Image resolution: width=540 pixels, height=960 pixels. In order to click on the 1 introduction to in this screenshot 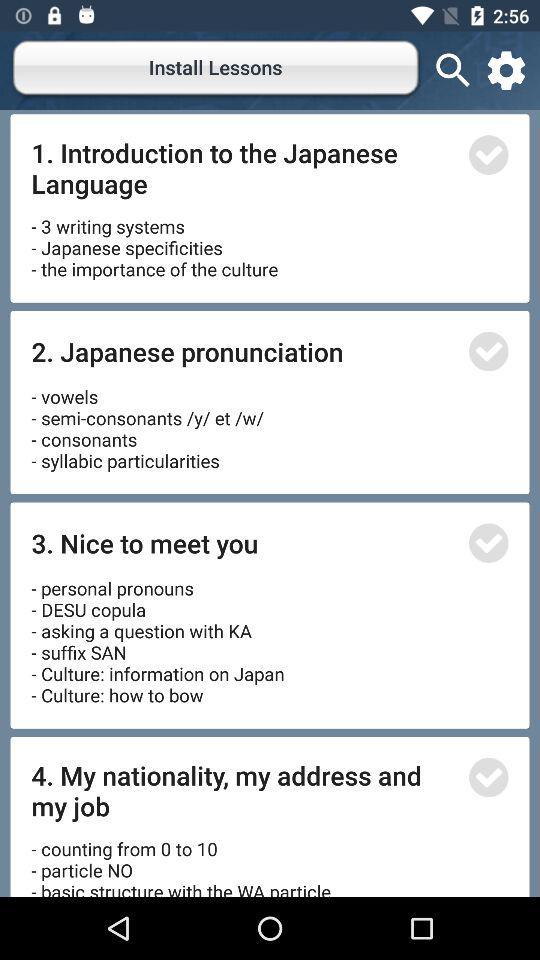, I will do `click(243, 167)`.